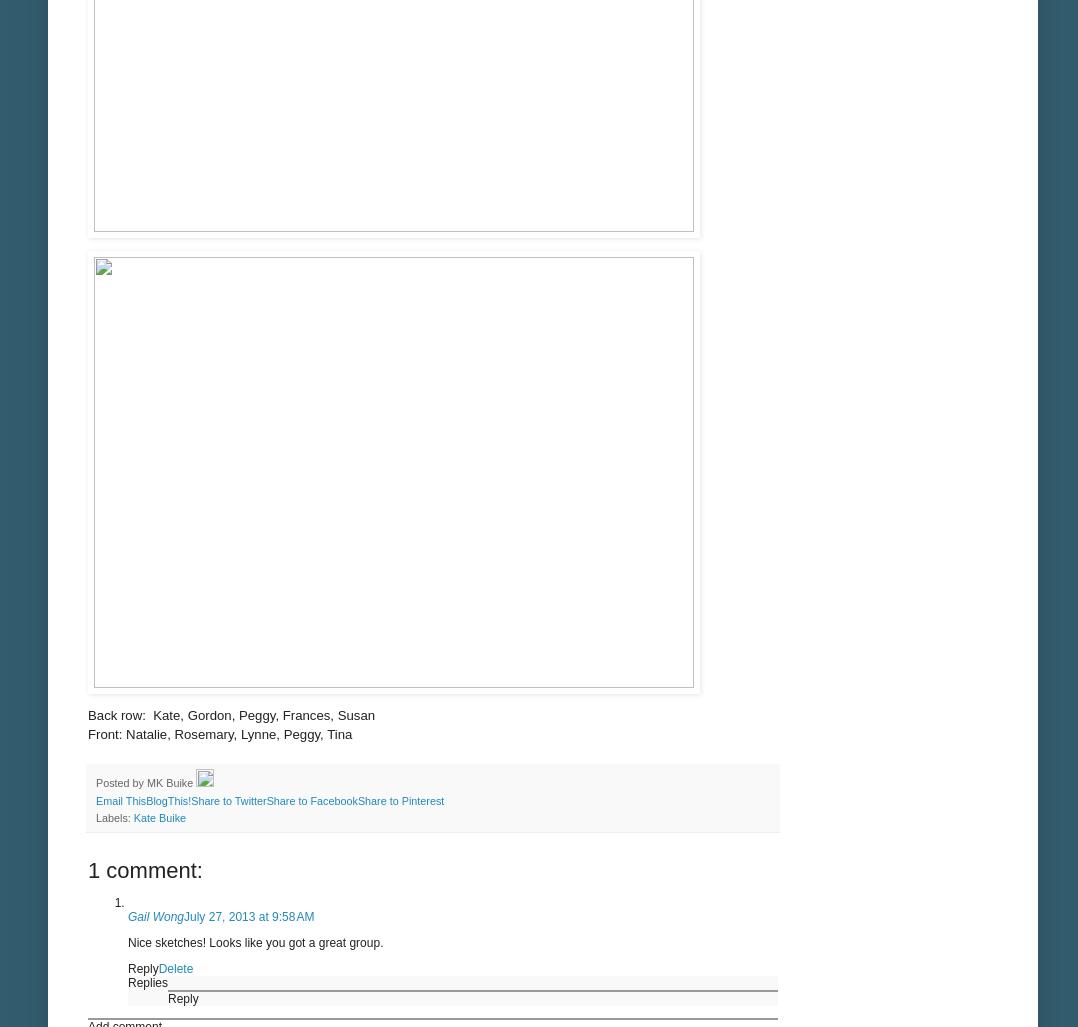 The width and height of the screenshot is (1078, 1027). I want to click on 'Front: Natalie, Rosemary, Lynne, Peggy, Tina', so click(220, 733).